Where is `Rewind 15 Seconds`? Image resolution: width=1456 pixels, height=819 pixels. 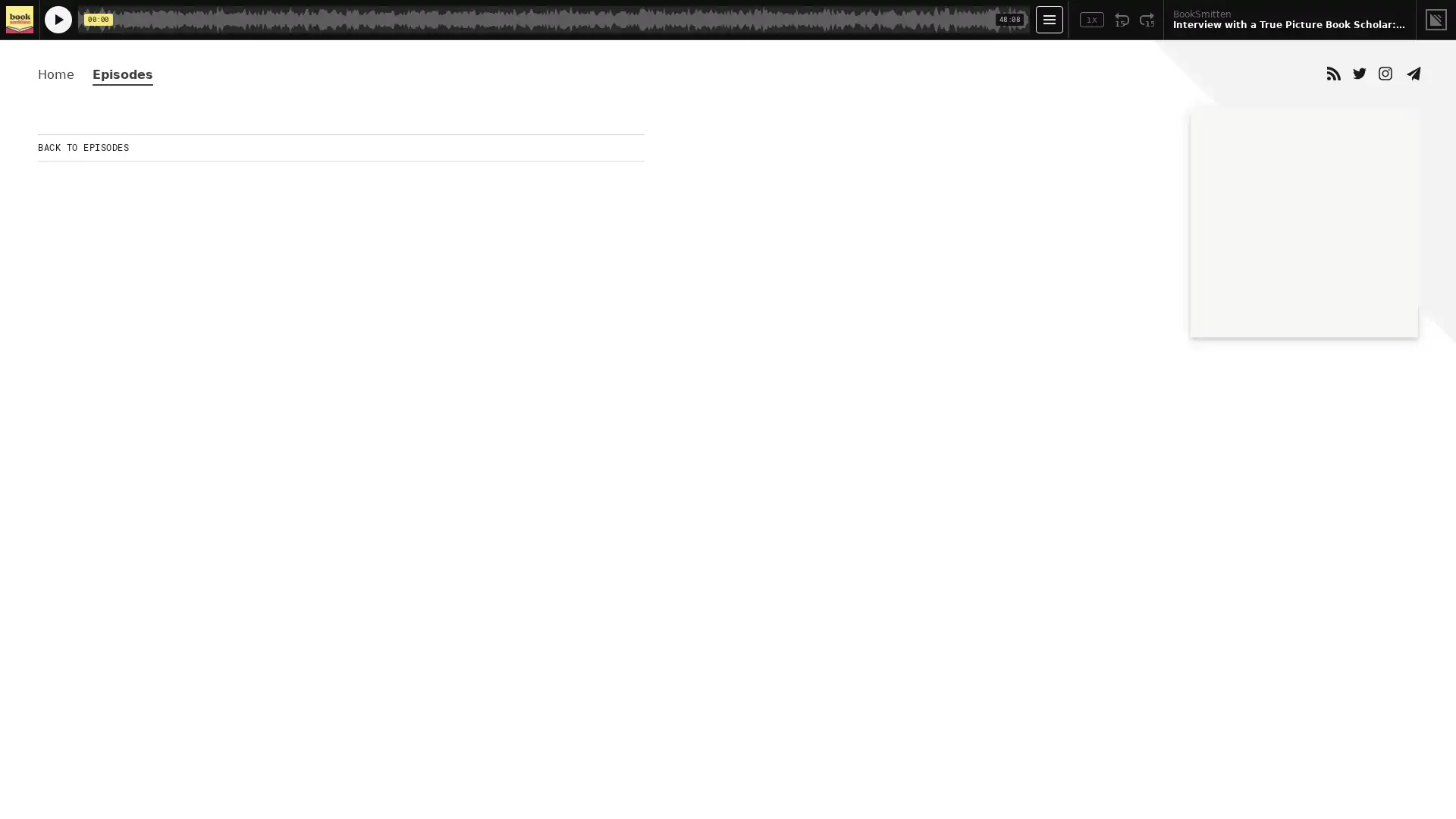
Rewind 15 Seconds is located at coordinates (1122, 20).